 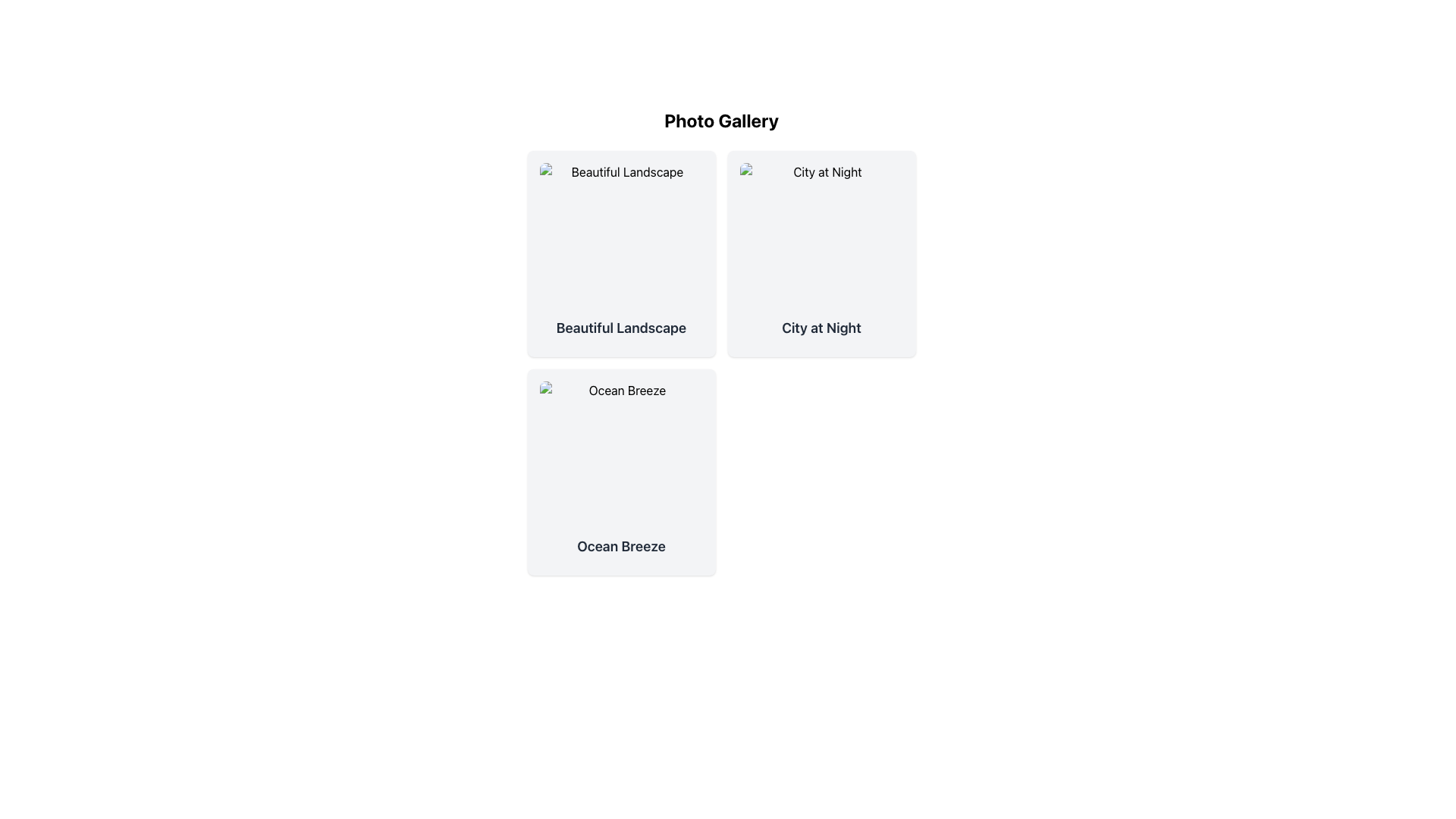 What do you see at coordinates (621, 327) in the screenshot?
I see `the text label displaying 'Beautiful Landscape' in bold and large font, located at the bottom of the card in the top-left corner of the grid layout` at bounding box center [621, 327].